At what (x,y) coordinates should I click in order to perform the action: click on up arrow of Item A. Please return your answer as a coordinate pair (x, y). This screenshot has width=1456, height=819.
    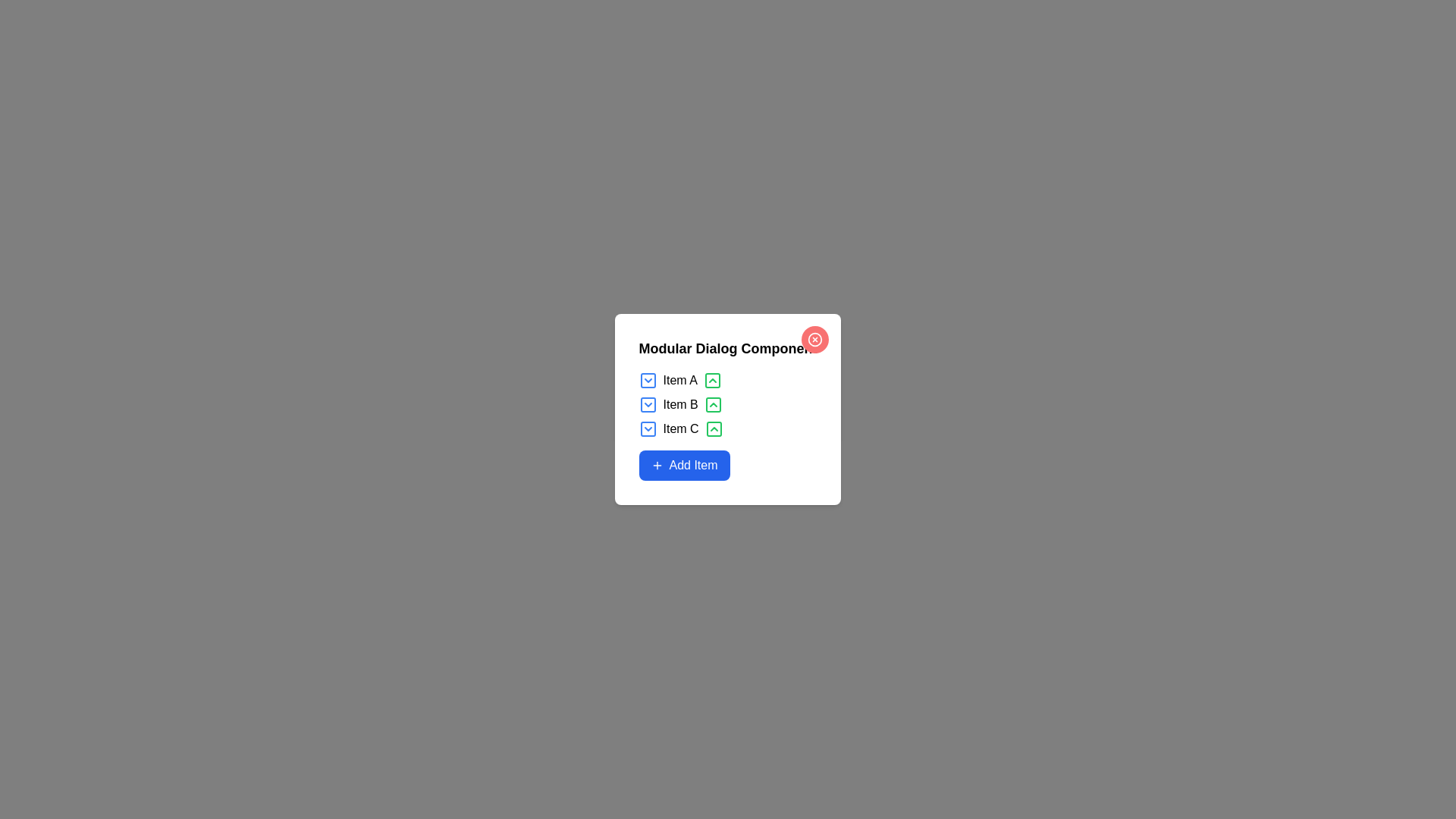
    Looking at the image, I should click on (711, 379).